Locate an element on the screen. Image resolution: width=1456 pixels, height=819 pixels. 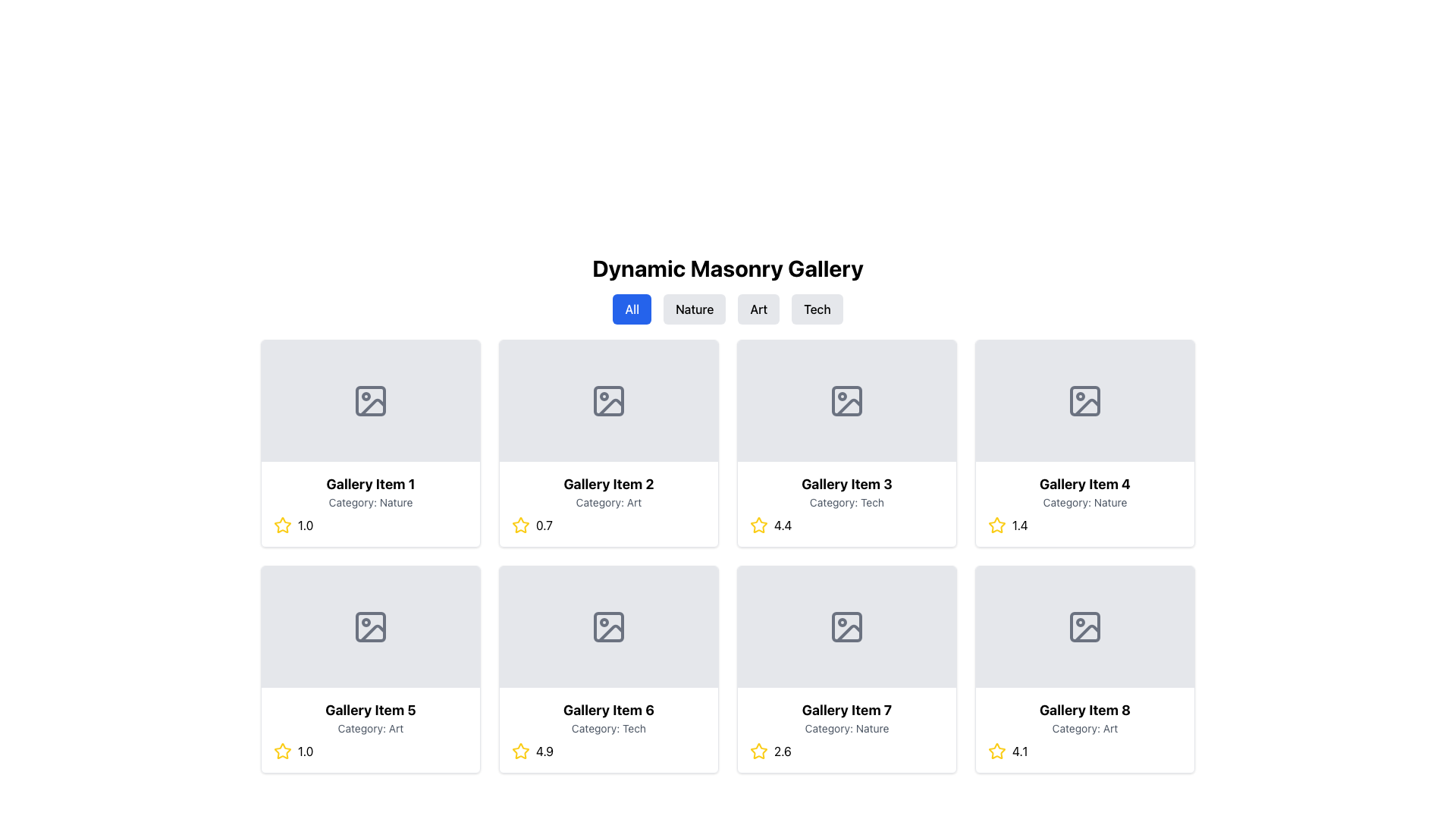
the star icon used for the rating system located in the card labeled 'Gallery Item 4' to the left of the '1.4' rating text for additional details is located at coordinates (996, 523).